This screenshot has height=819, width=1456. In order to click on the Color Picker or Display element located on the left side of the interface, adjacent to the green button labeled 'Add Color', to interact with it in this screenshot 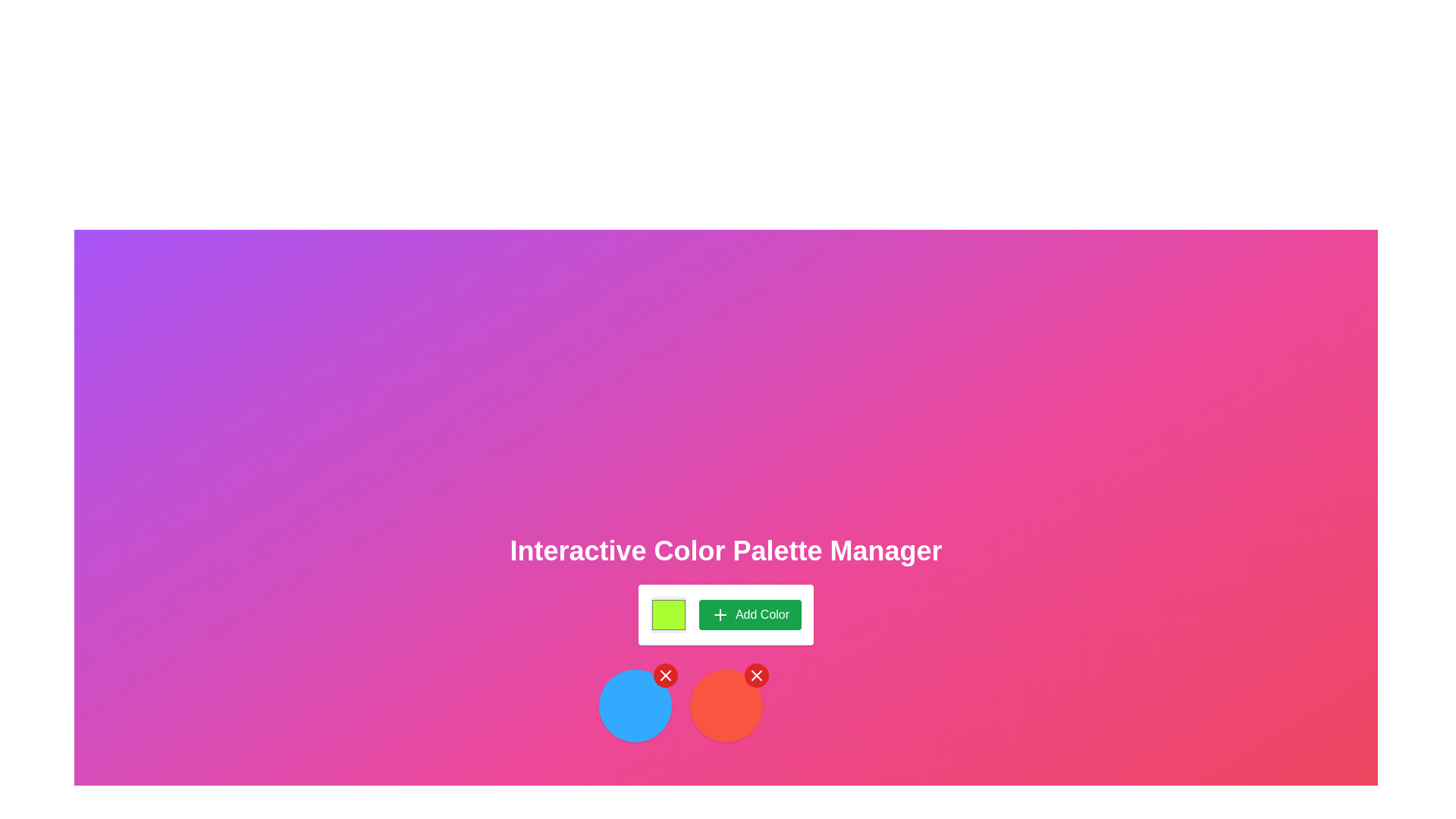, I will do `click(667, 614)`.